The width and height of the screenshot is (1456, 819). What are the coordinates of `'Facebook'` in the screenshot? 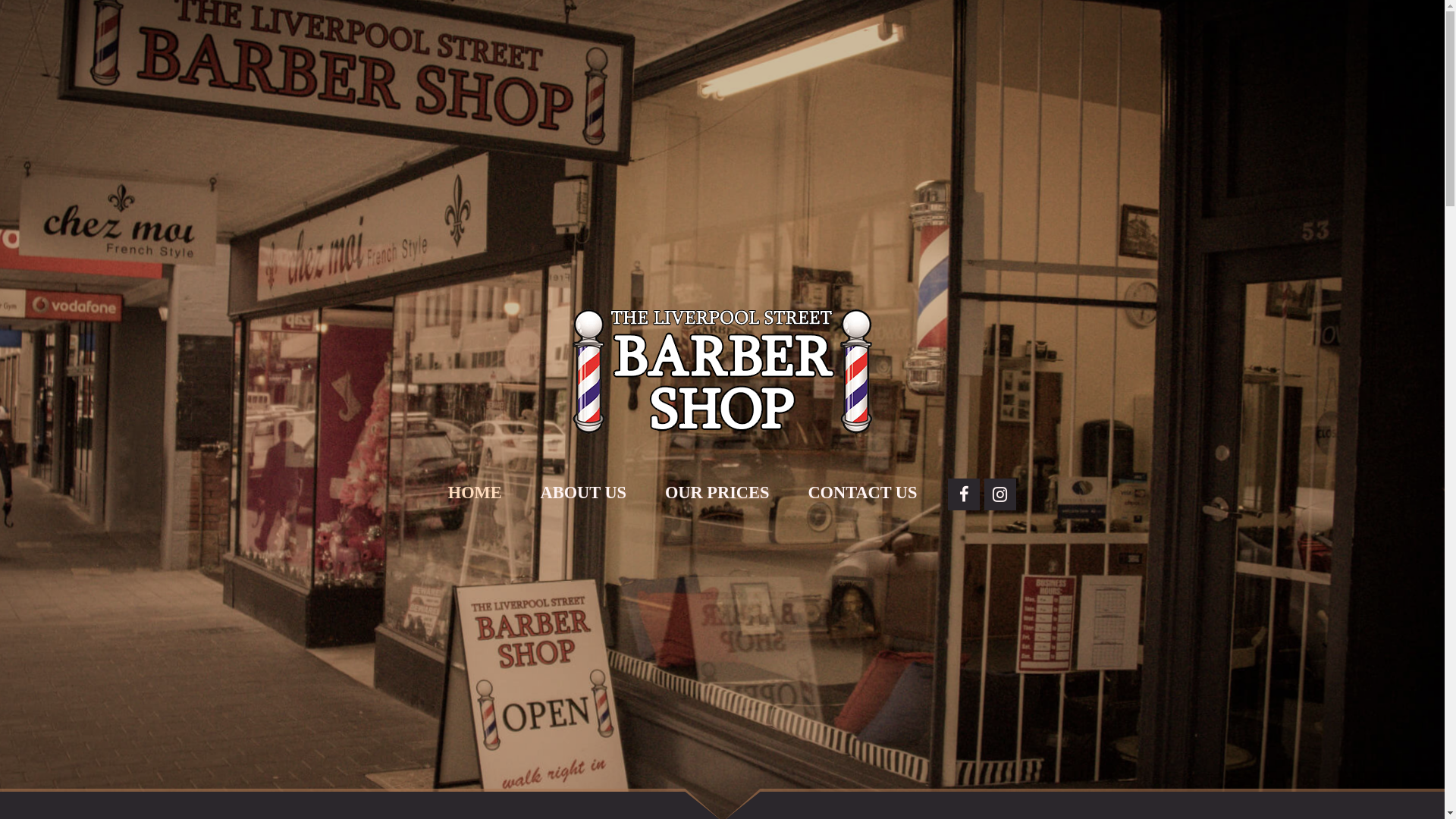 It's located at (963, 494).